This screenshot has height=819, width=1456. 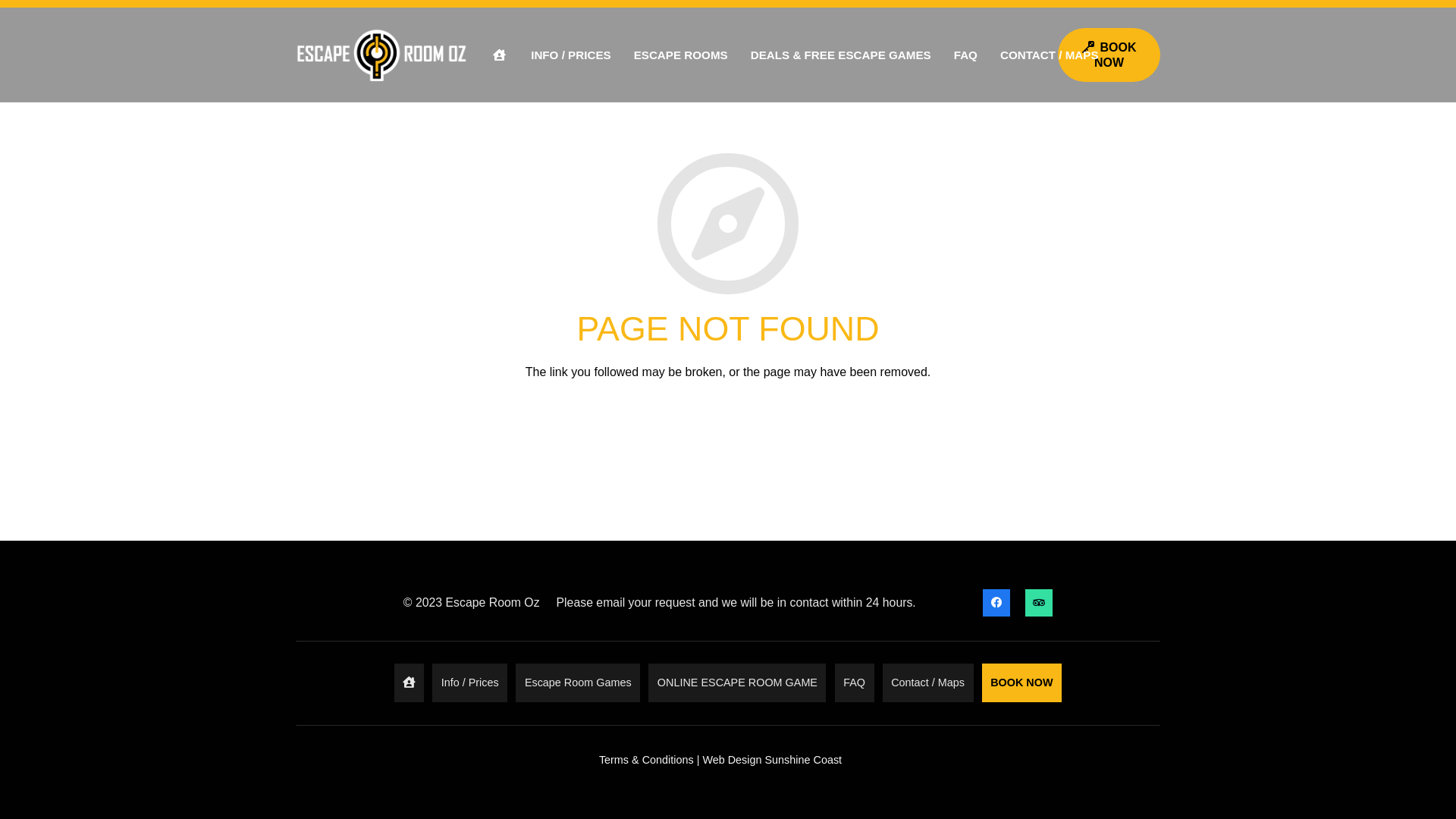 I want to click on 'Escape Room Games', so click(x=516, y=682).